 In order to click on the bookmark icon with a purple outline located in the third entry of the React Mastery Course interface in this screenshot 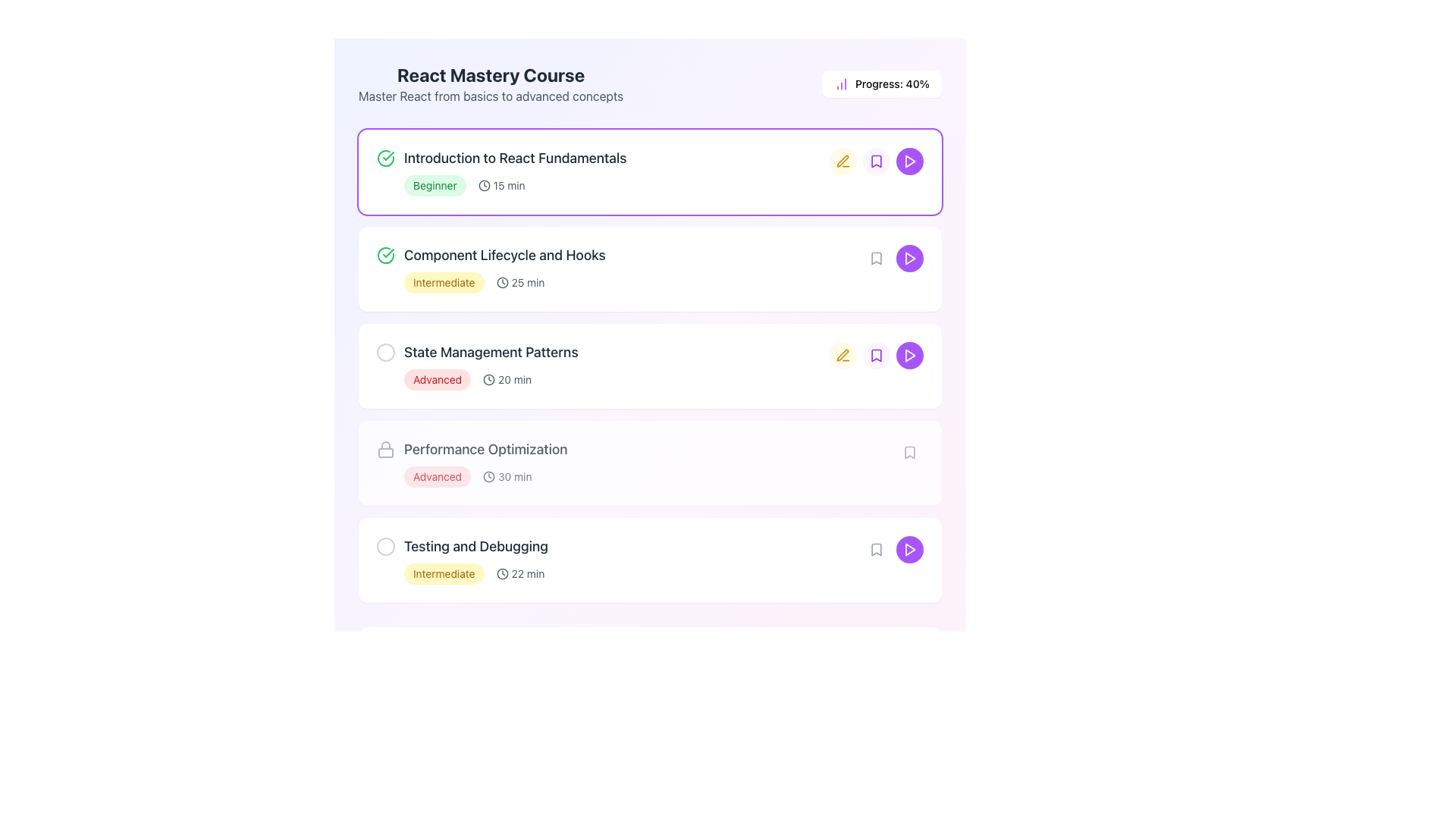, I will do `click(877, 356)`.